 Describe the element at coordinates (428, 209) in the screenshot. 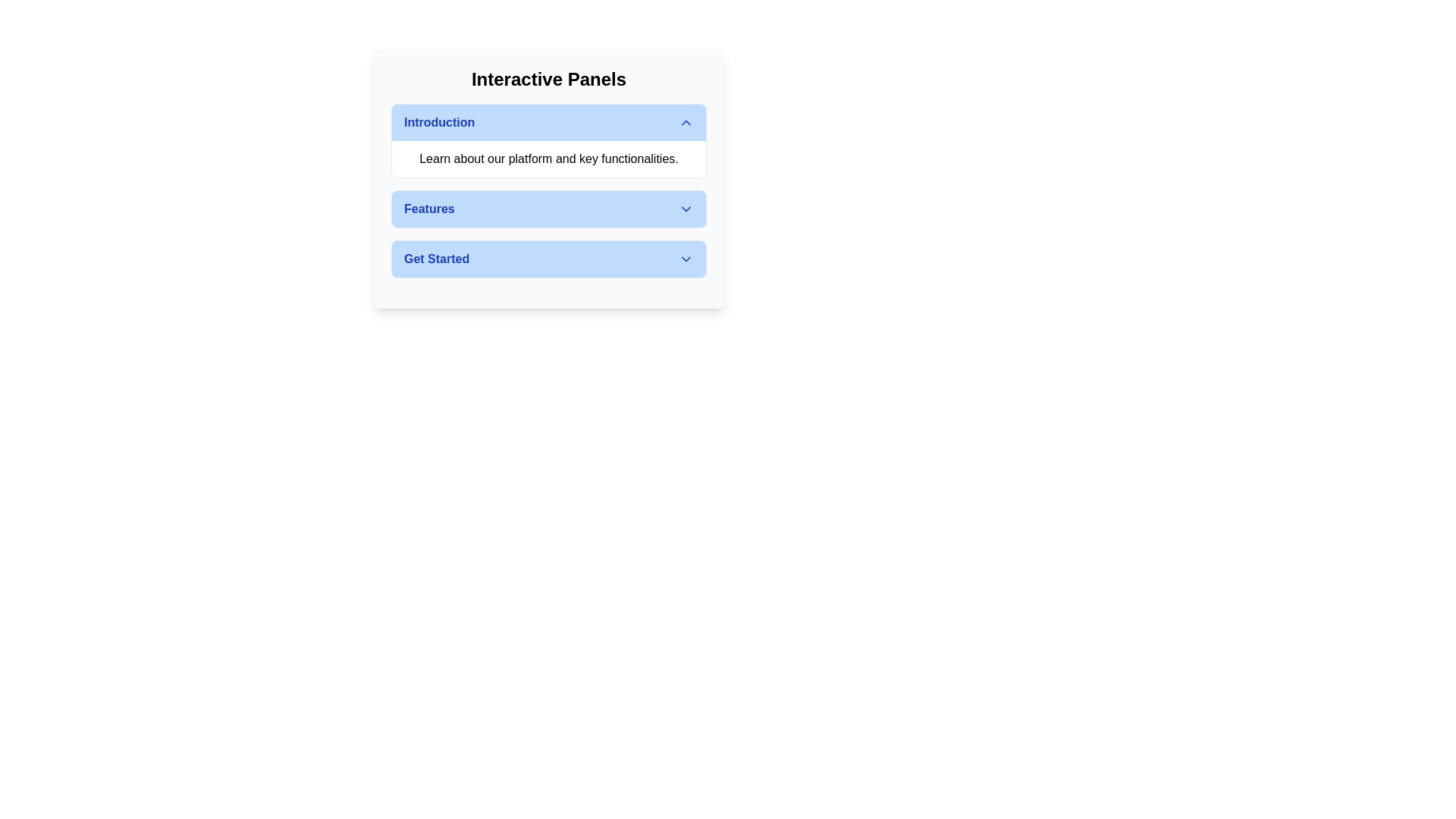

I see `the text label` at that location.